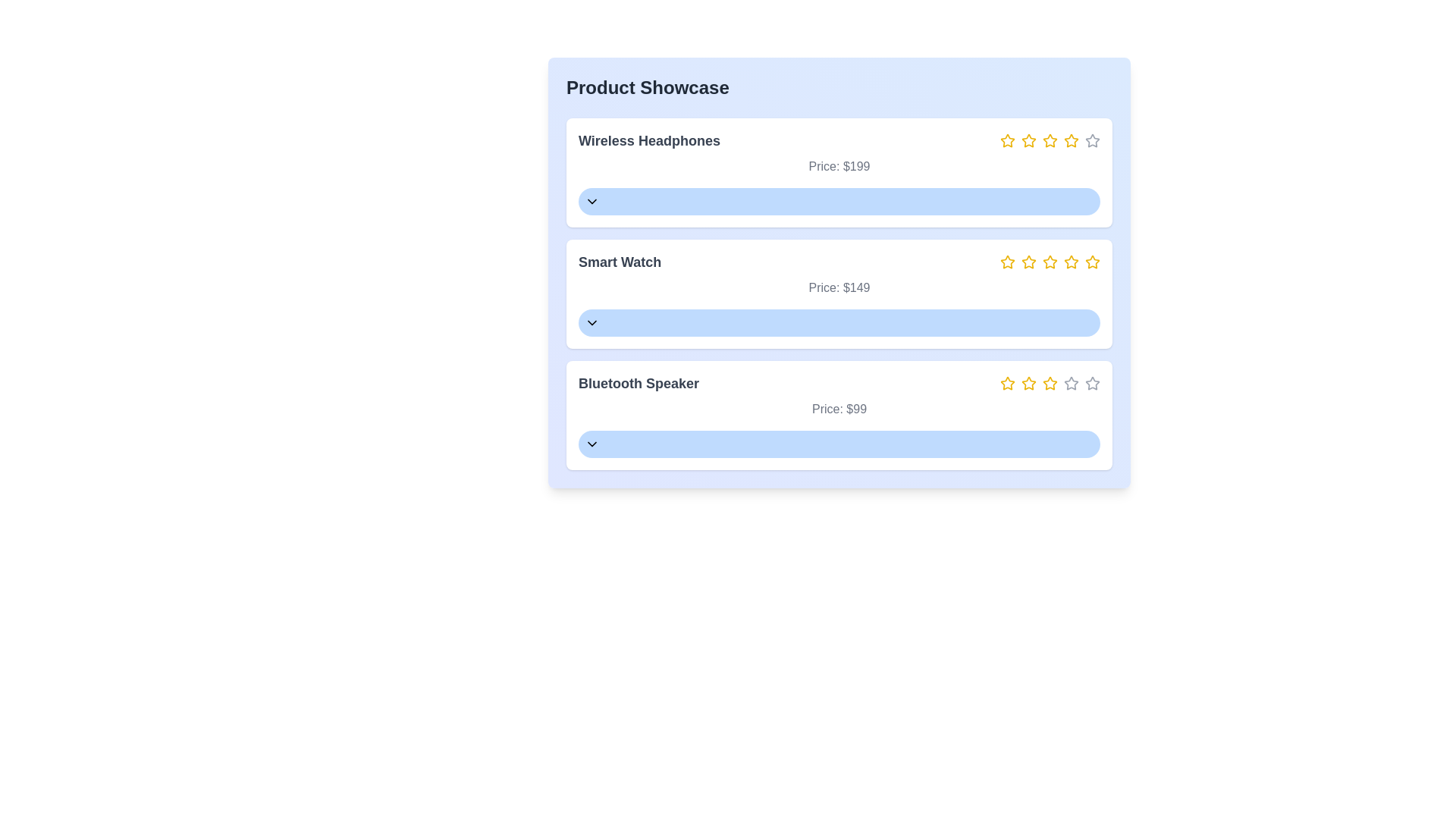  Describe the element at coordinates (1092, 382) in the screenshot. I see `the fifth star icon representing an unselected rating option in the Bluetooth Speaker product rating system using keyboard navigation for accessibility` at that location.